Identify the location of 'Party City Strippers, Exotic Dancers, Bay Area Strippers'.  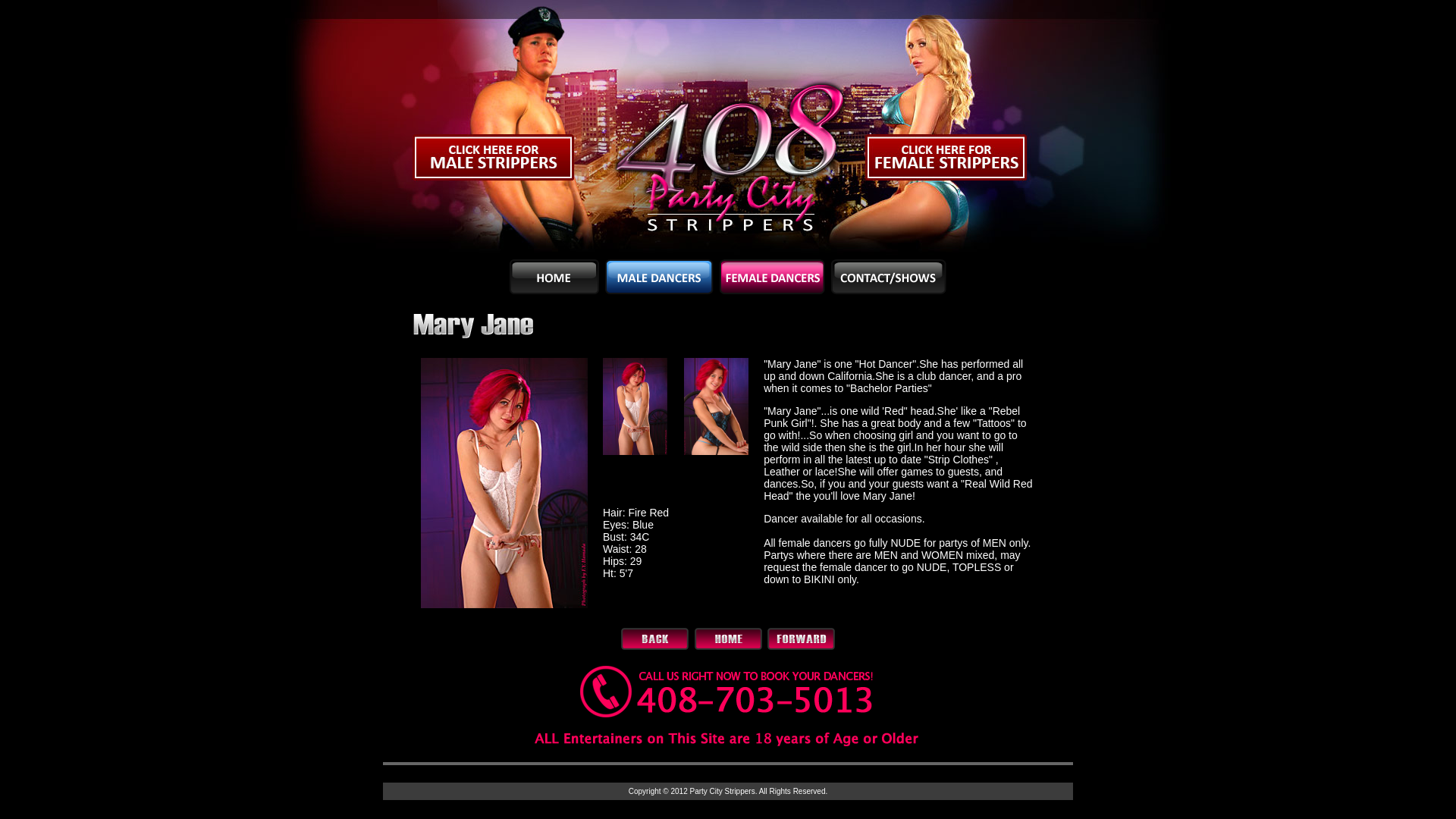
(962, 128).